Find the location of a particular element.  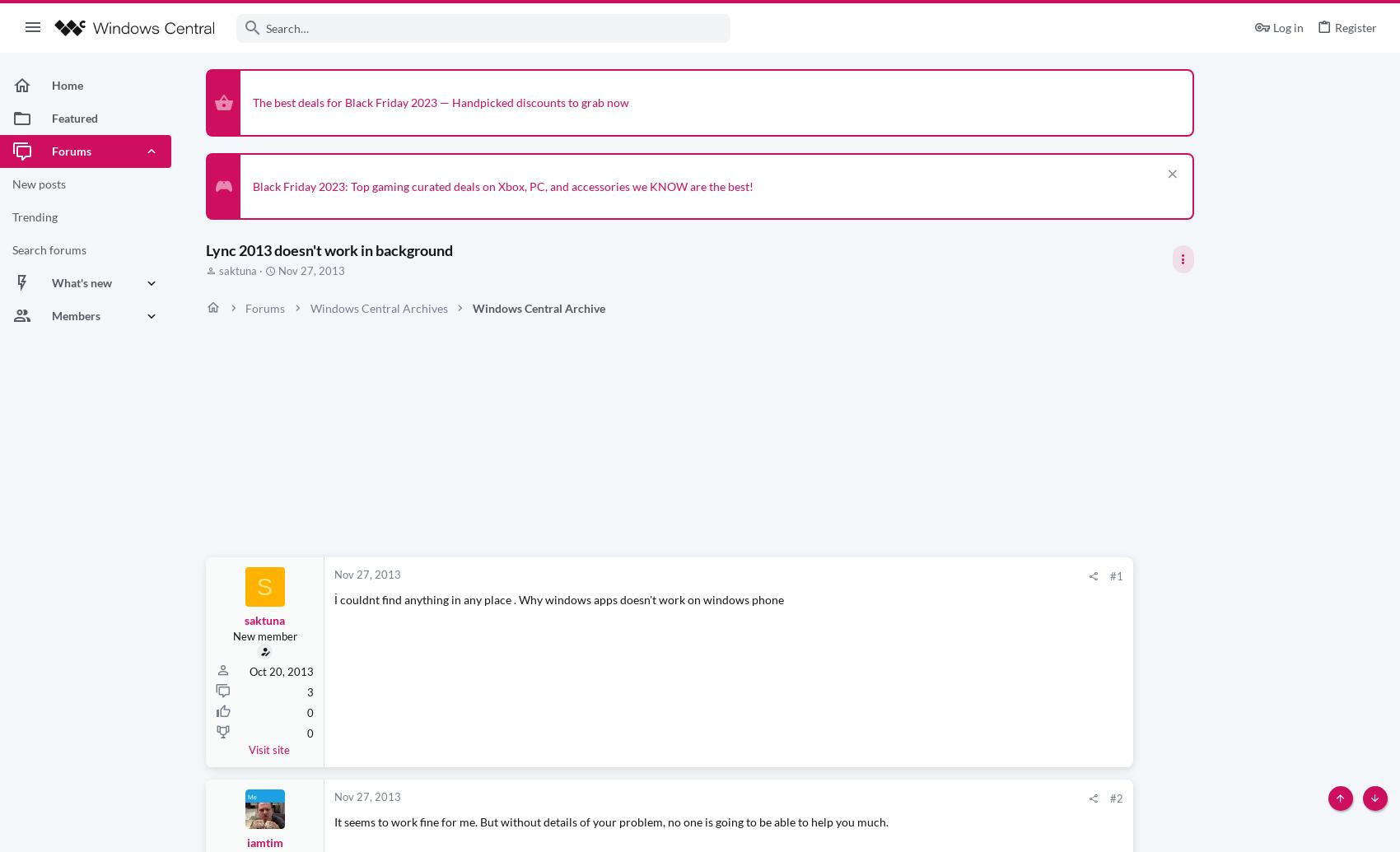

'İ couldnt find anything in any place . Why windows apps doesn't work on windows phone' is located at coordinates (558, 598).